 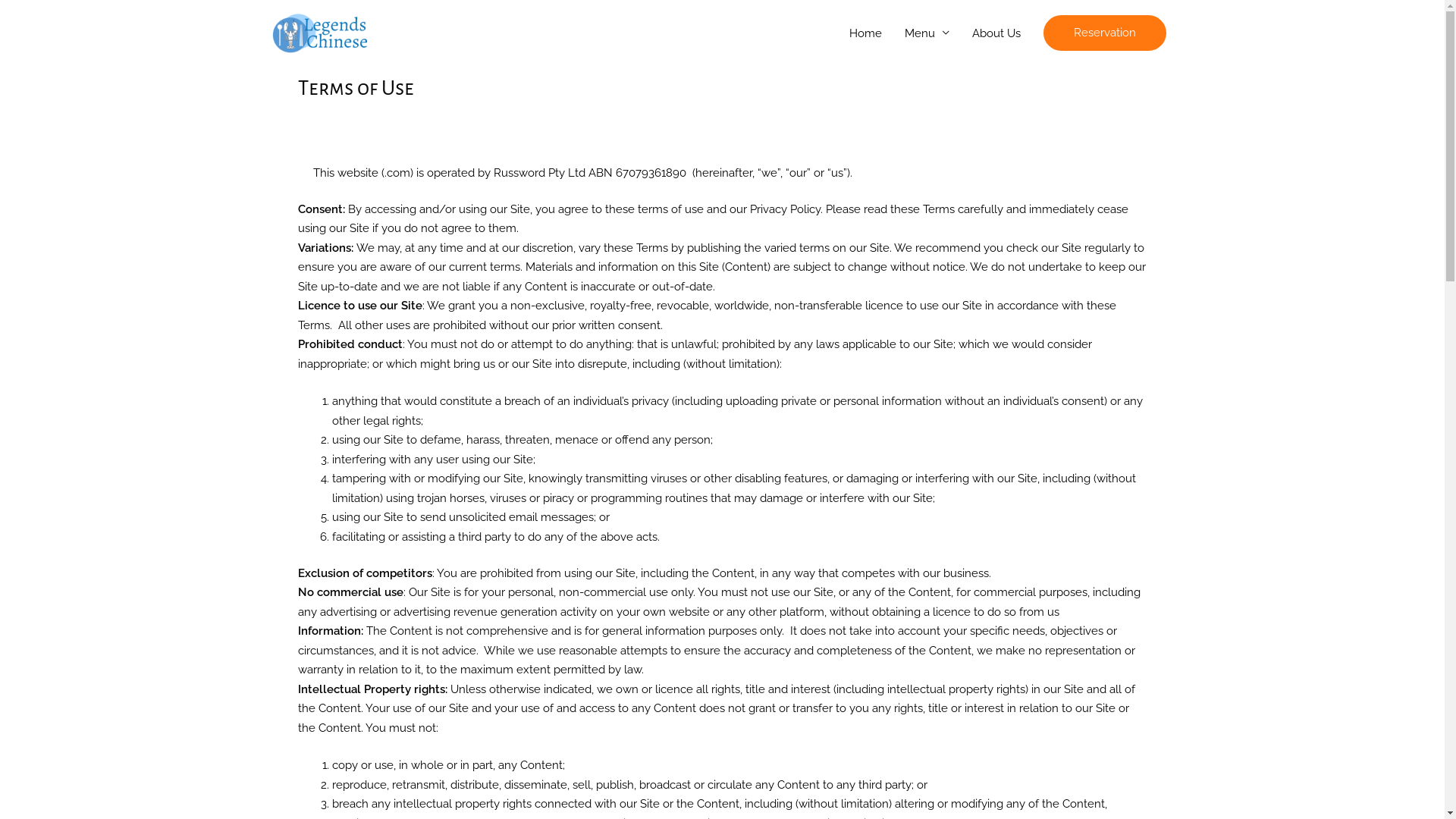 I want to click on 'Home', so click(x=864, y=33).